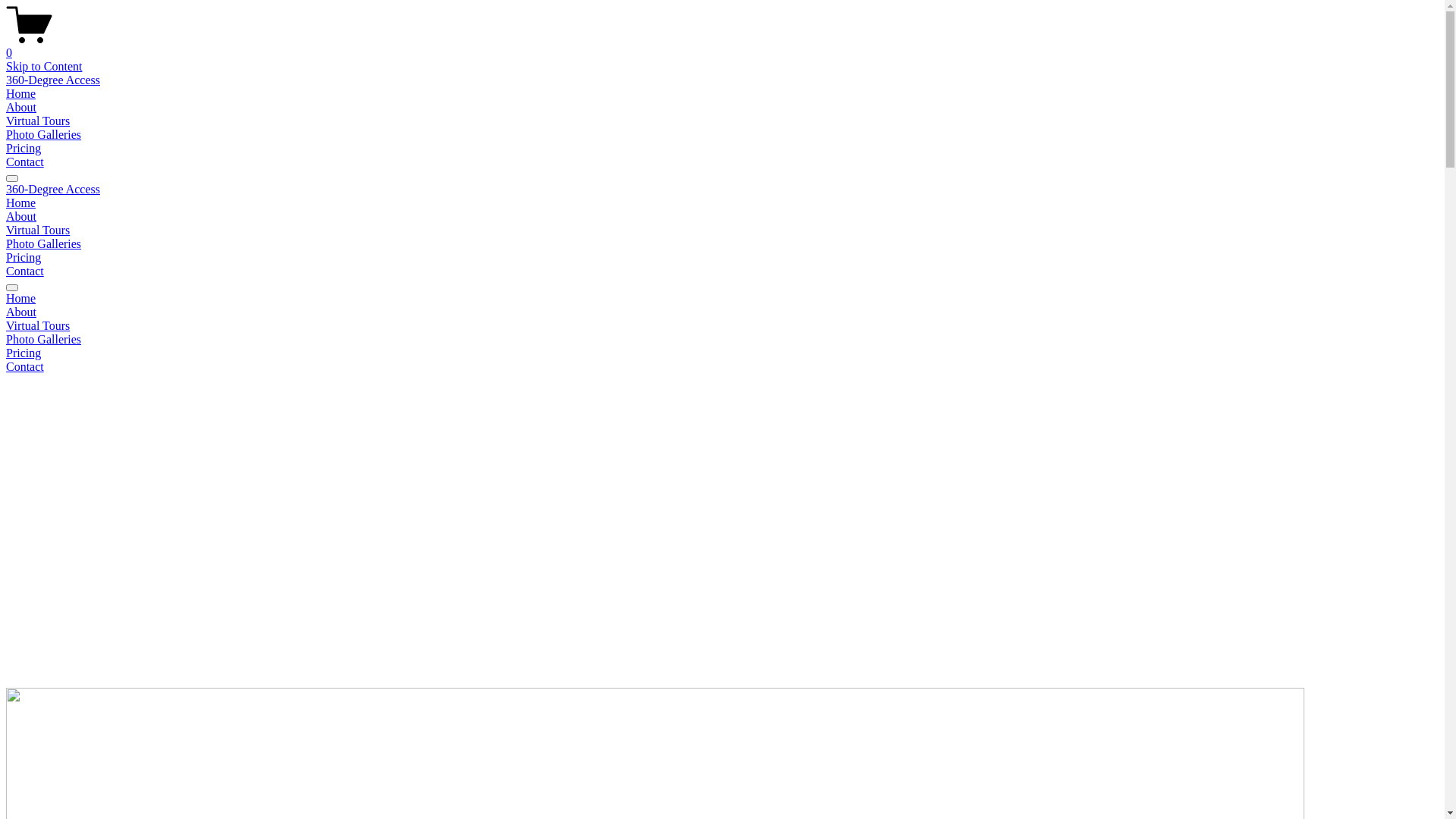  Describe the element at coordinates (721, 45) in the screenshot. I see `'0'` at that location.